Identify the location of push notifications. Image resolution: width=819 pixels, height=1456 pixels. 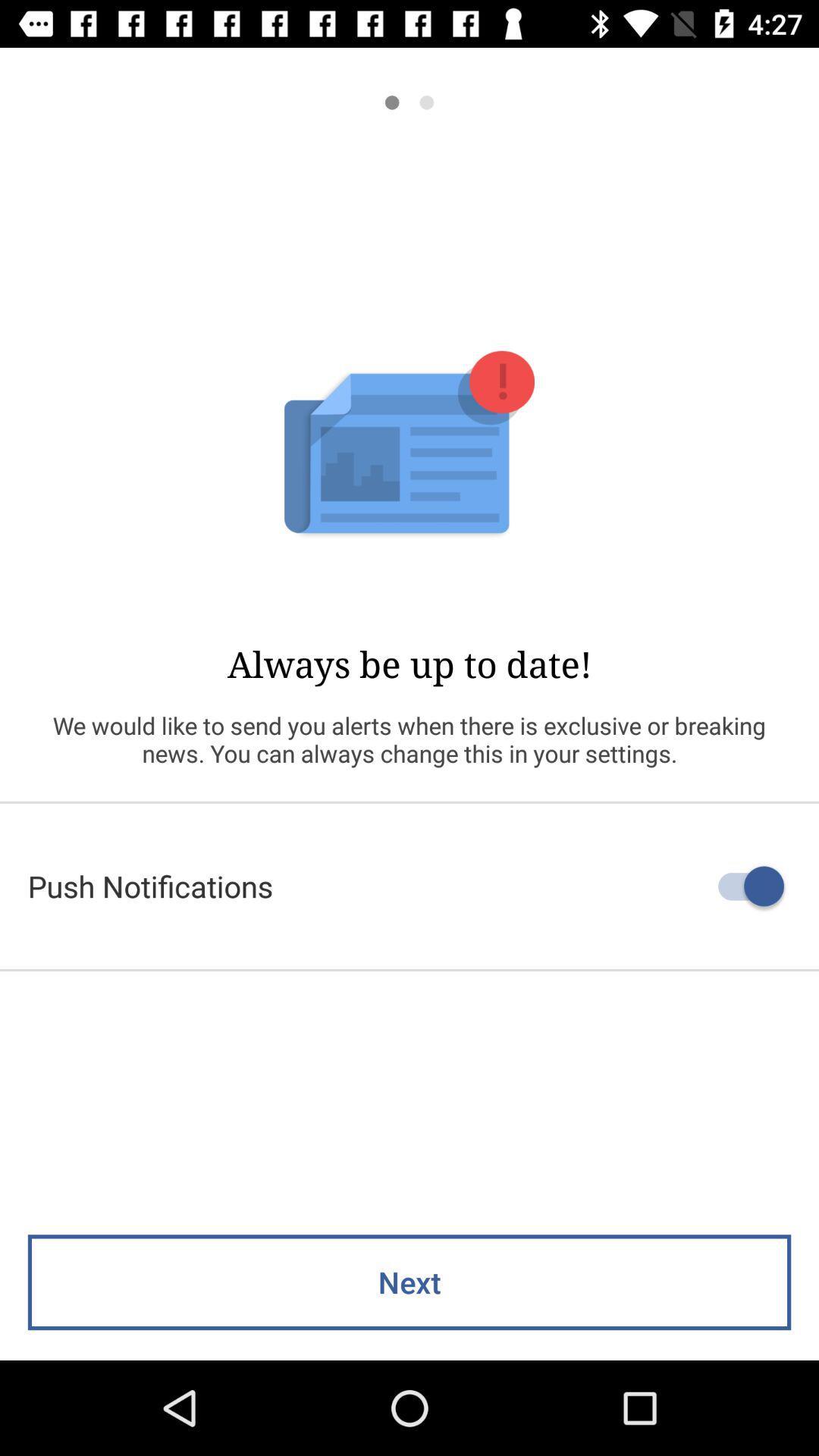
(409, 886).